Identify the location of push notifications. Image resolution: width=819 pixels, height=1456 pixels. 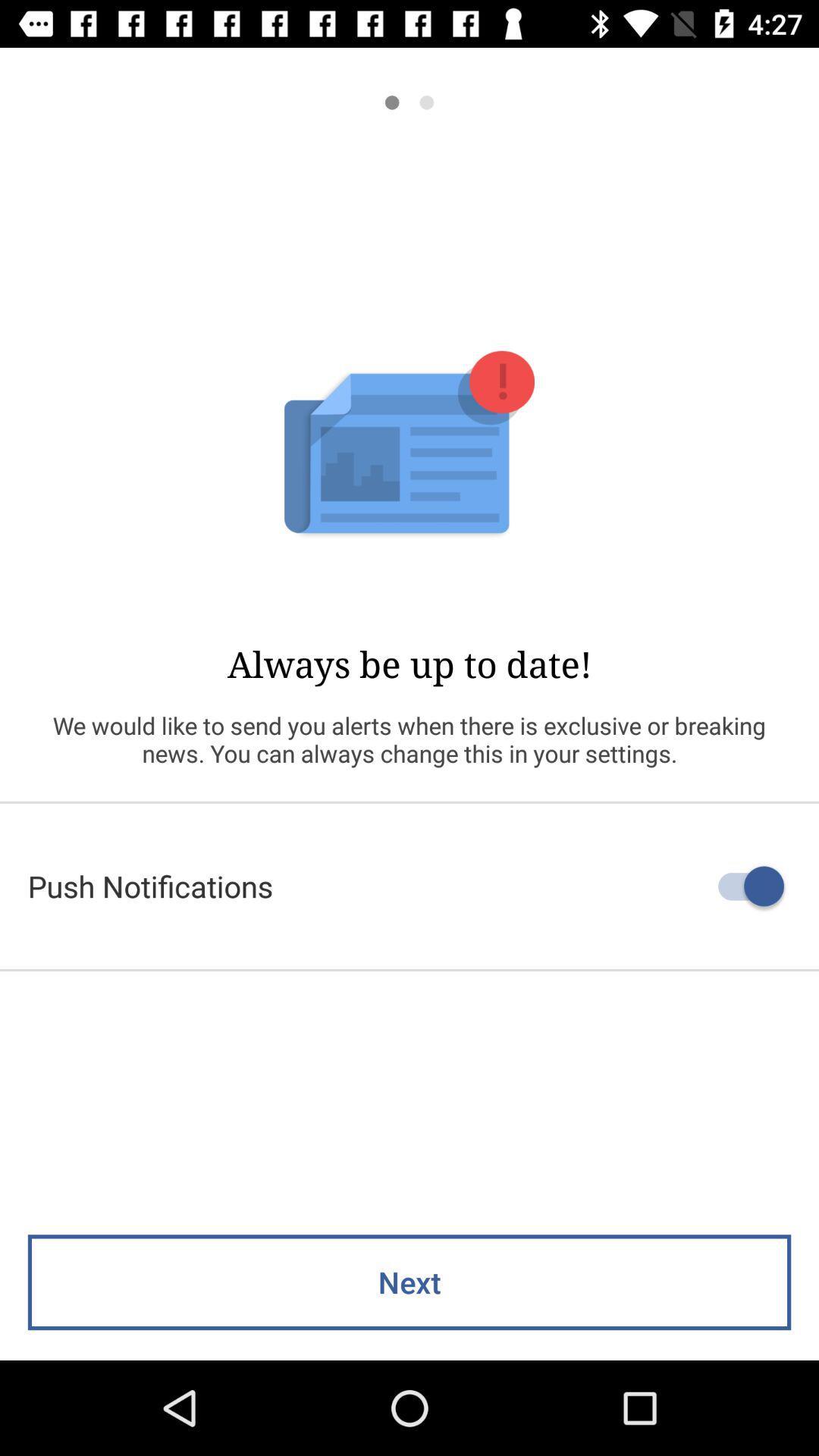
(409, 886).